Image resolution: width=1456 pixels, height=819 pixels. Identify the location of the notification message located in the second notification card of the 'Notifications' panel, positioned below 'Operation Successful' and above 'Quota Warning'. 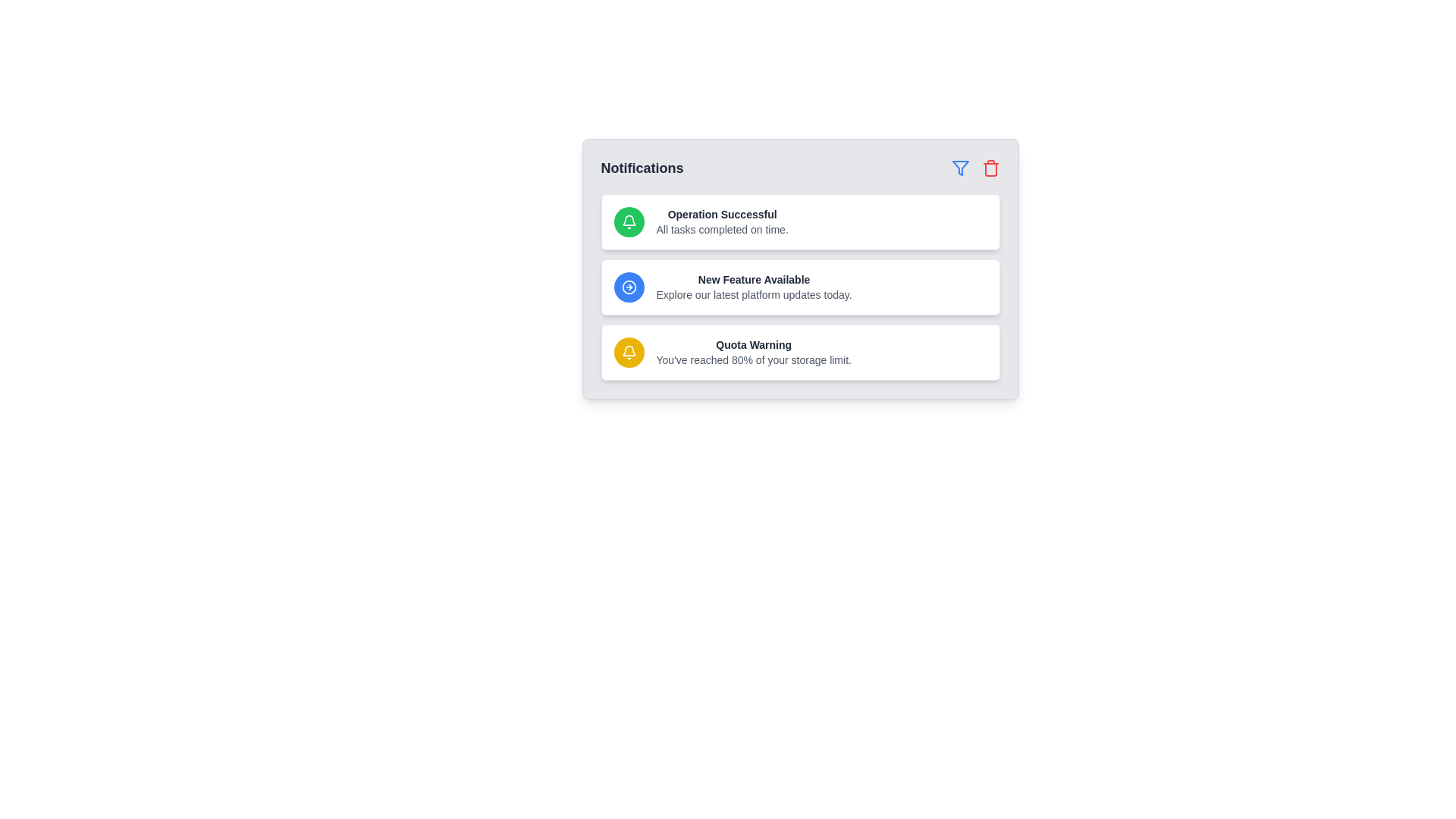
(754, 287).